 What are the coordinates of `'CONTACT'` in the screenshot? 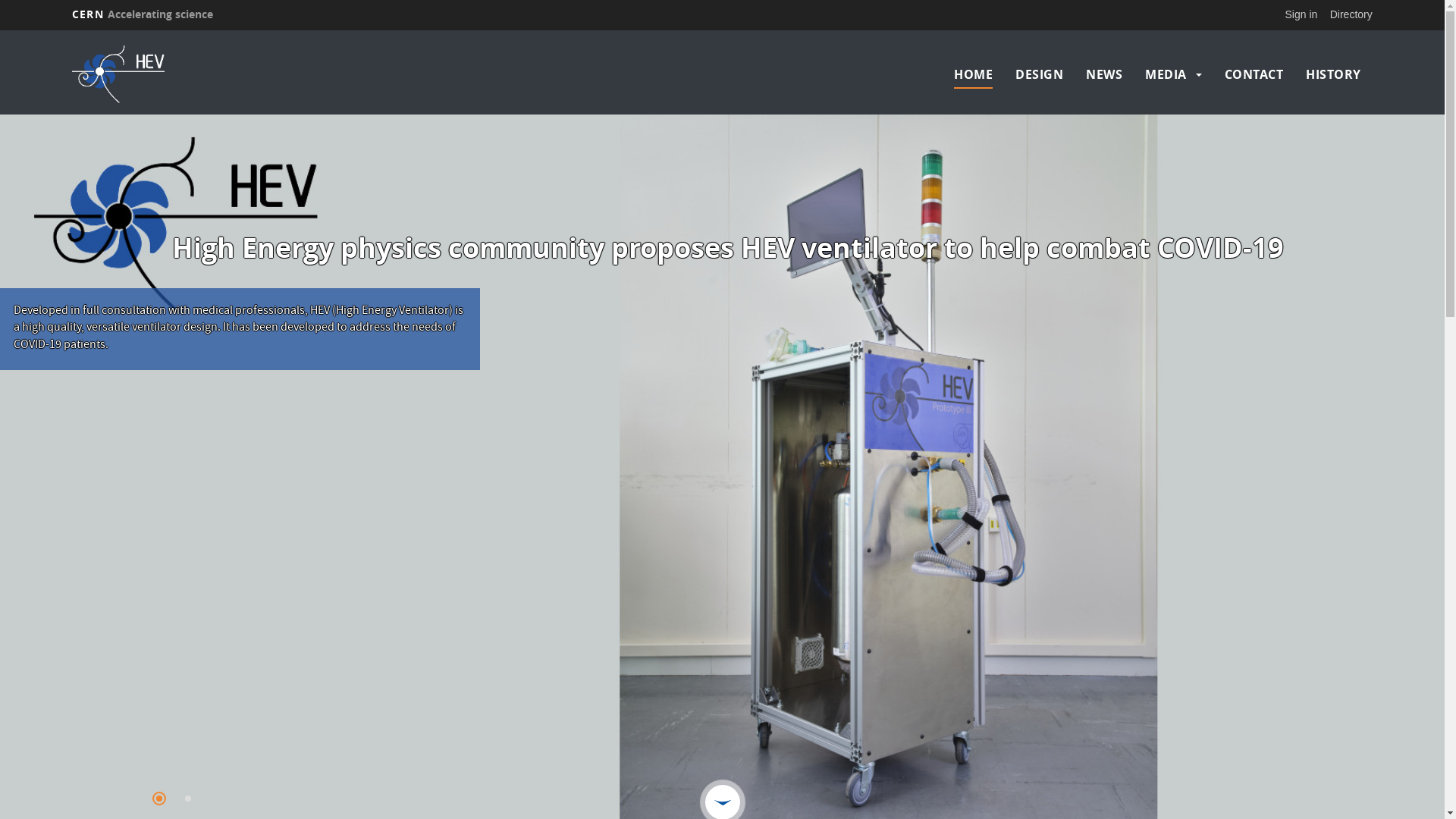 It's located at (1254, 74).